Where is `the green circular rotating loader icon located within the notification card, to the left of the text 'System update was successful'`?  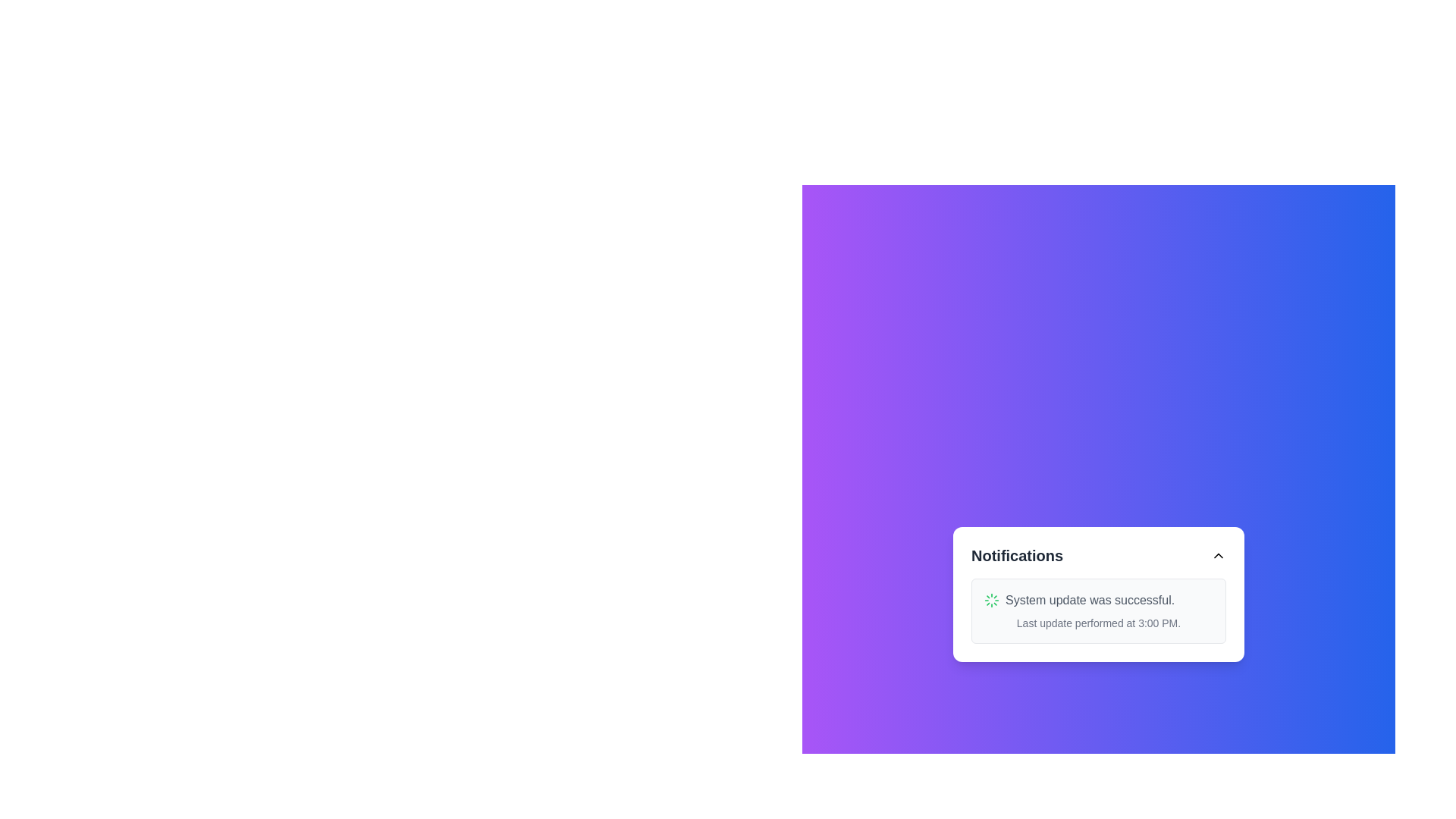
the green circular rotating loader icon located within the notification card, to the left of the text 'System update was successful' is located at coordinates (992, 599).